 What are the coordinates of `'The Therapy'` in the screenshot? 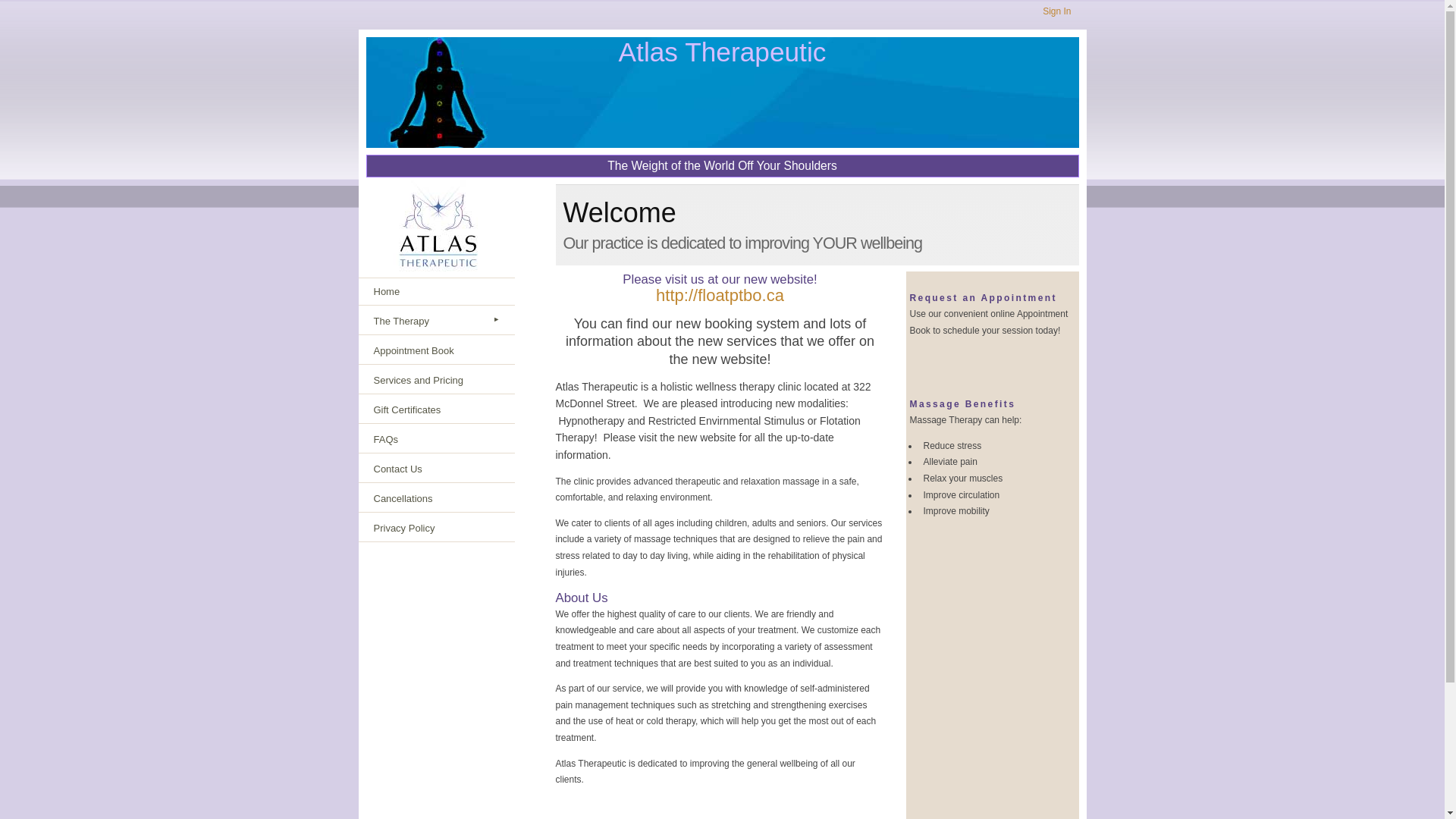 It's located at (435, 321).